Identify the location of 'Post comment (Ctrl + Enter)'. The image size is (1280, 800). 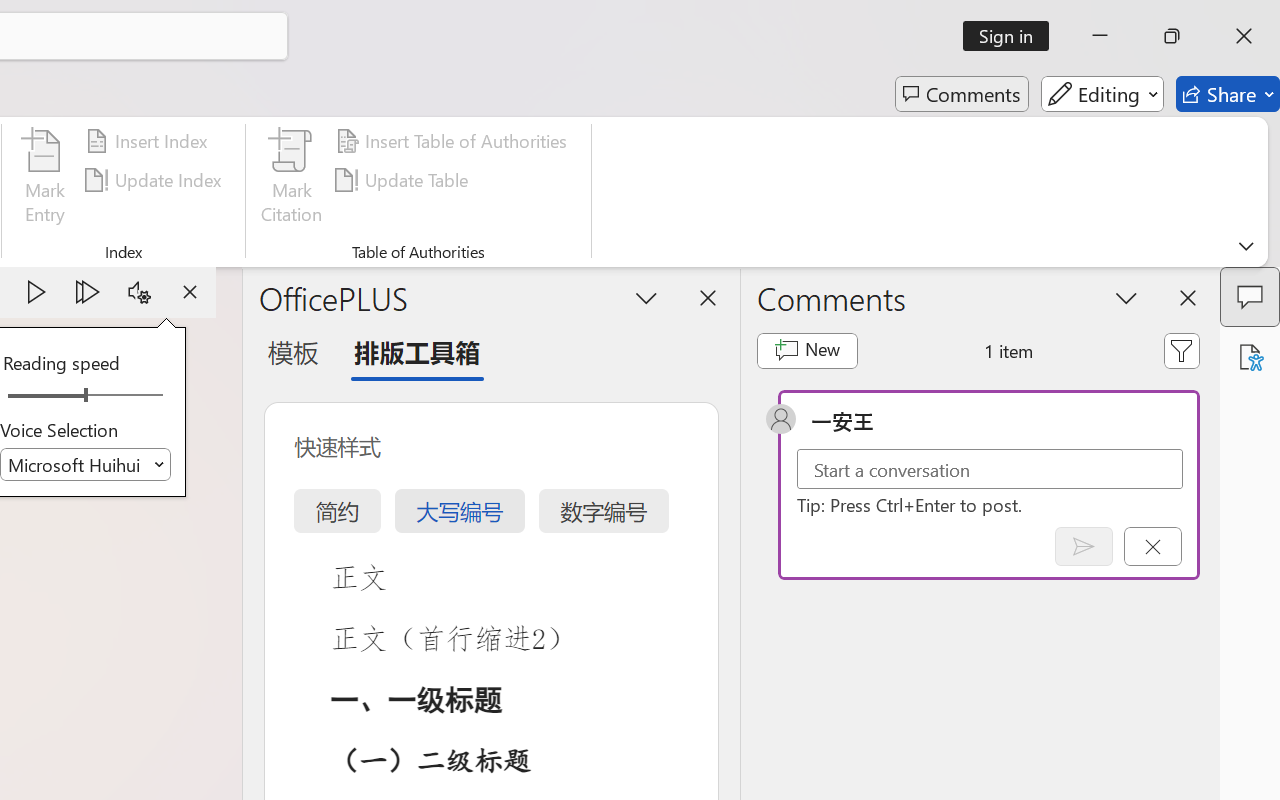
(1083, 546).